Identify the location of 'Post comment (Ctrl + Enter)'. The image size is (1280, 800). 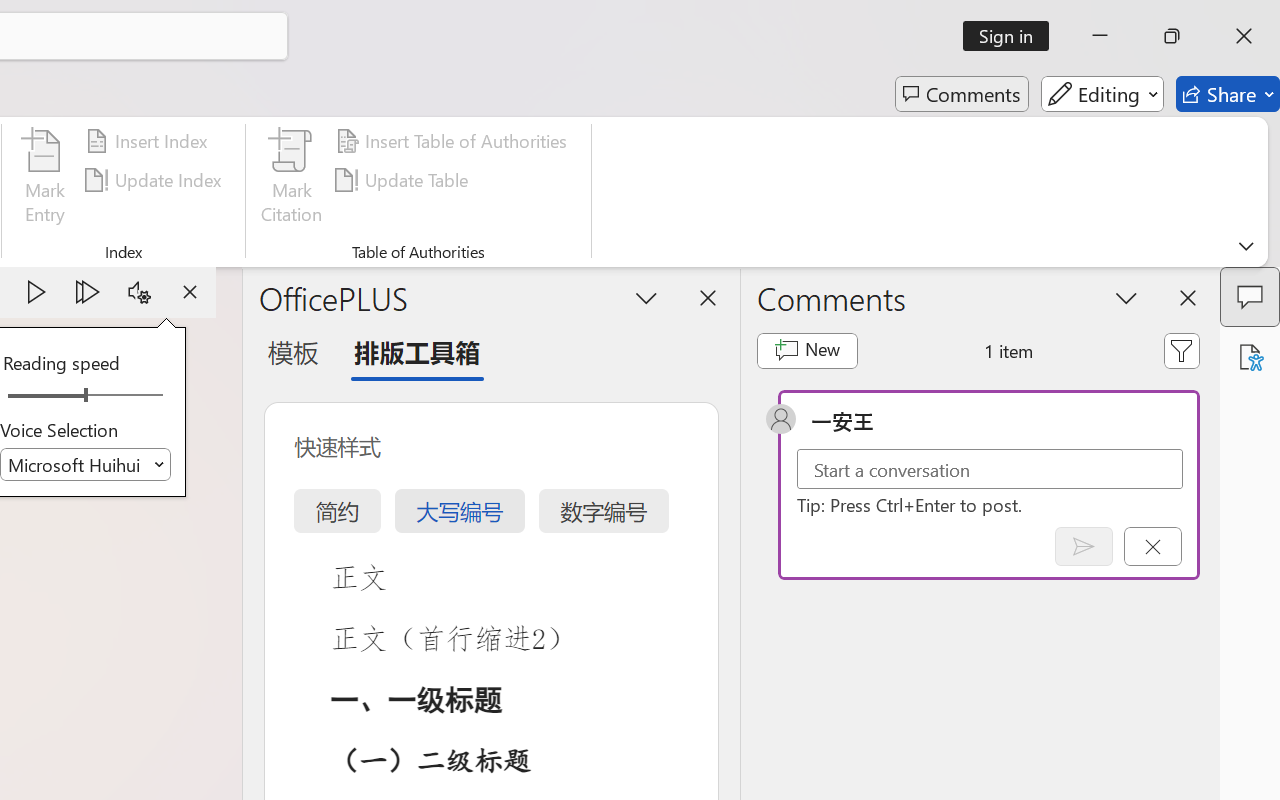
(1083, 546).